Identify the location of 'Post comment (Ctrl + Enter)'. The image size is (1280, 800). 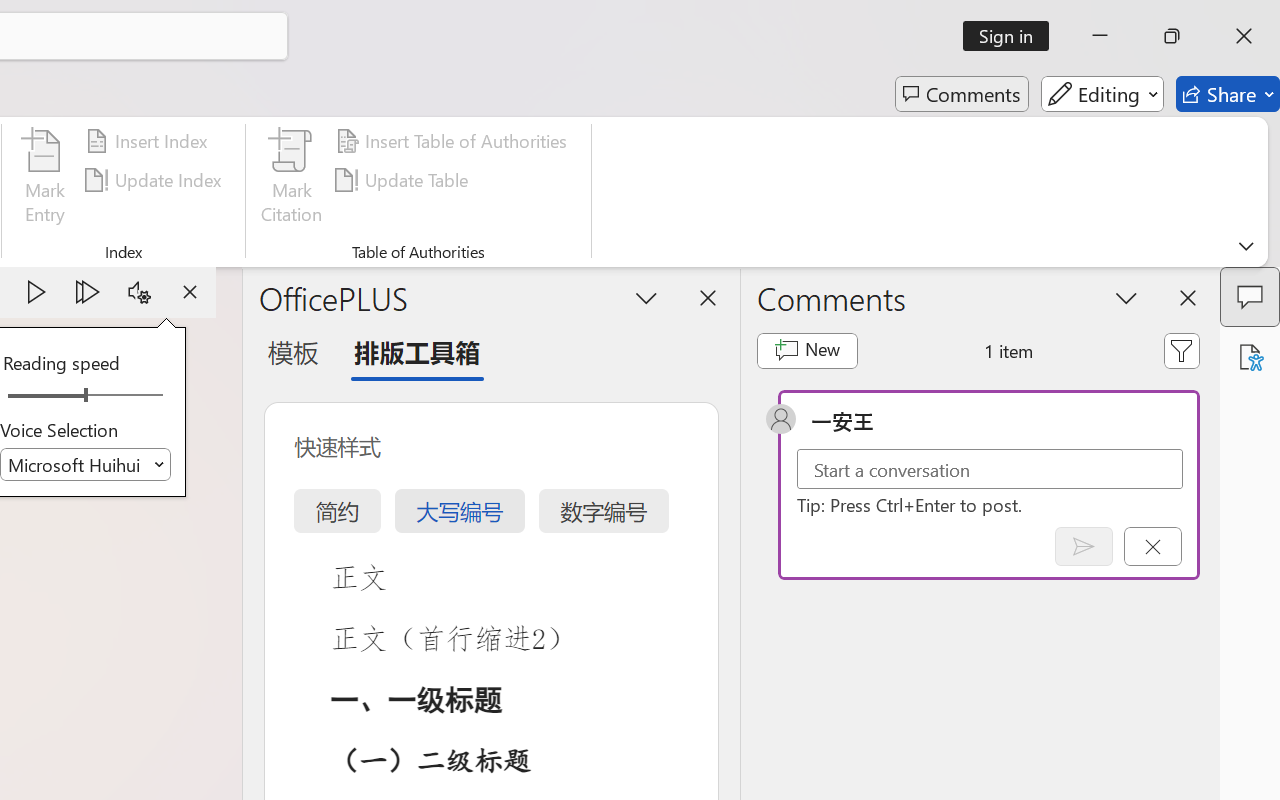
(1083, 546).